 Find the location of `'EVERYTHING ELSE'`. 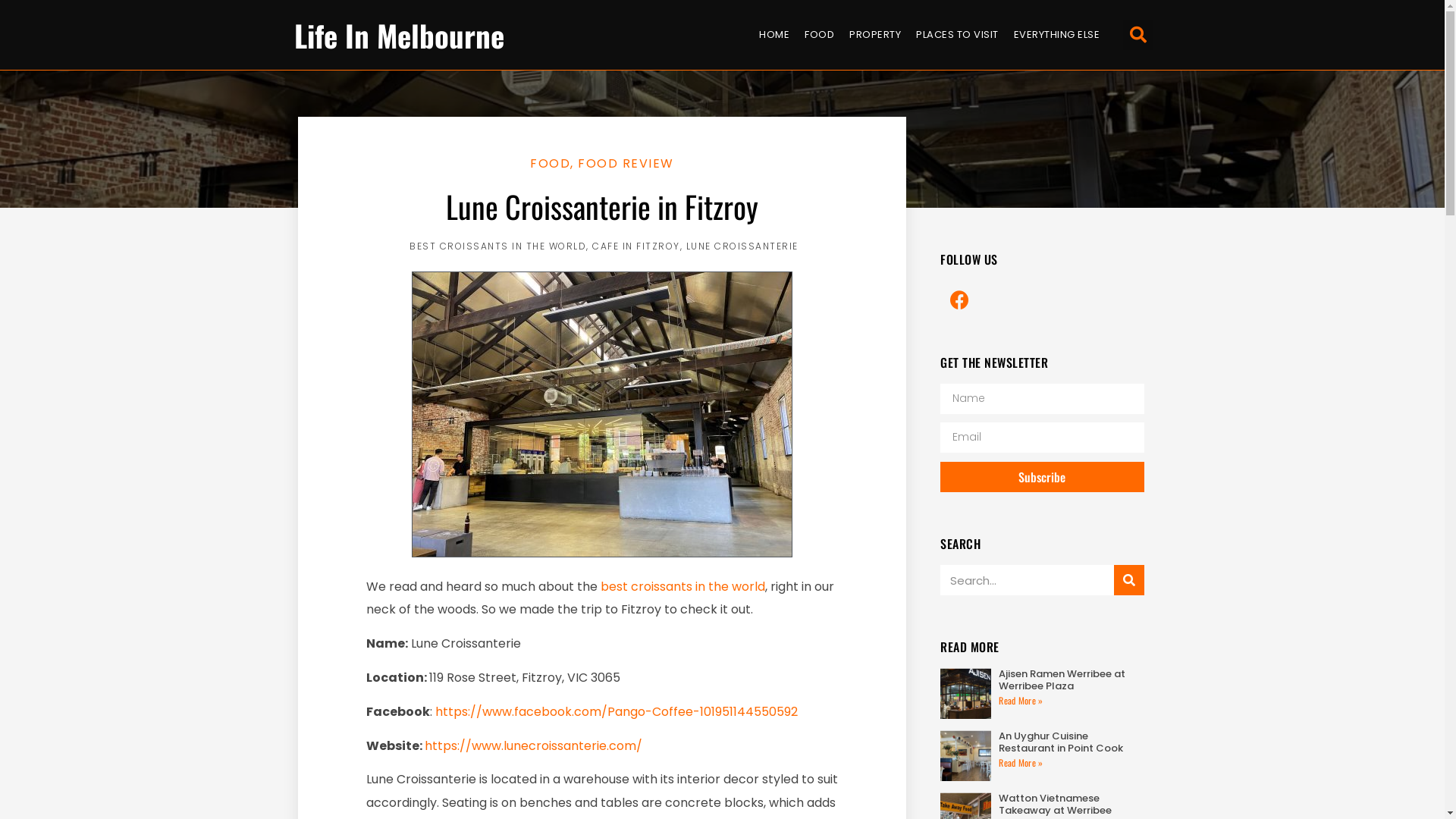

'EVERYTHING ELSE' is located at coordinates (1056, 34).